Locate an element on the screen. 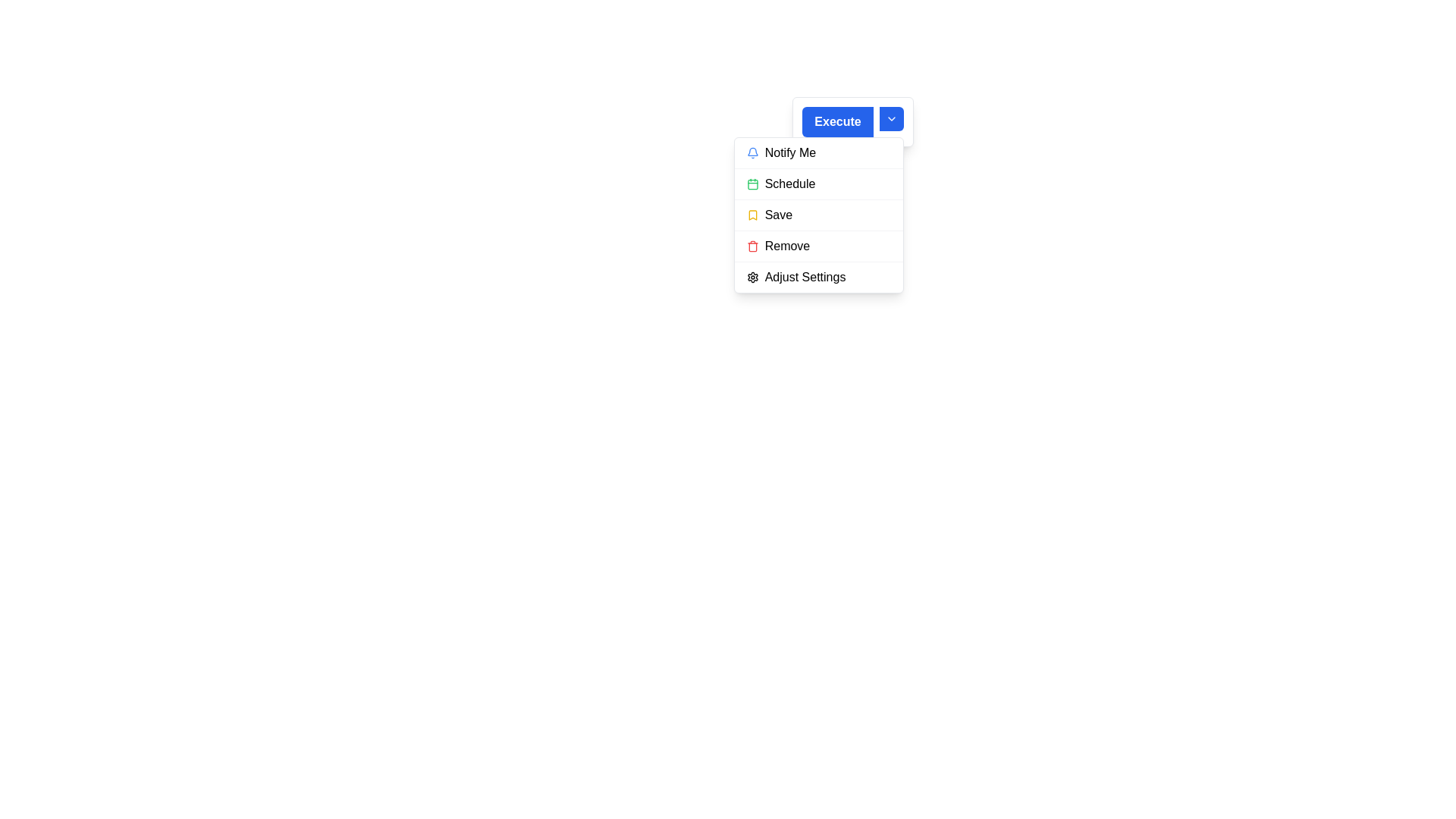  to select the 'Adjust Settings' option from the dropdown menu, which is the fifth item listed below 'Remove' is located at coordinates (817, 277).